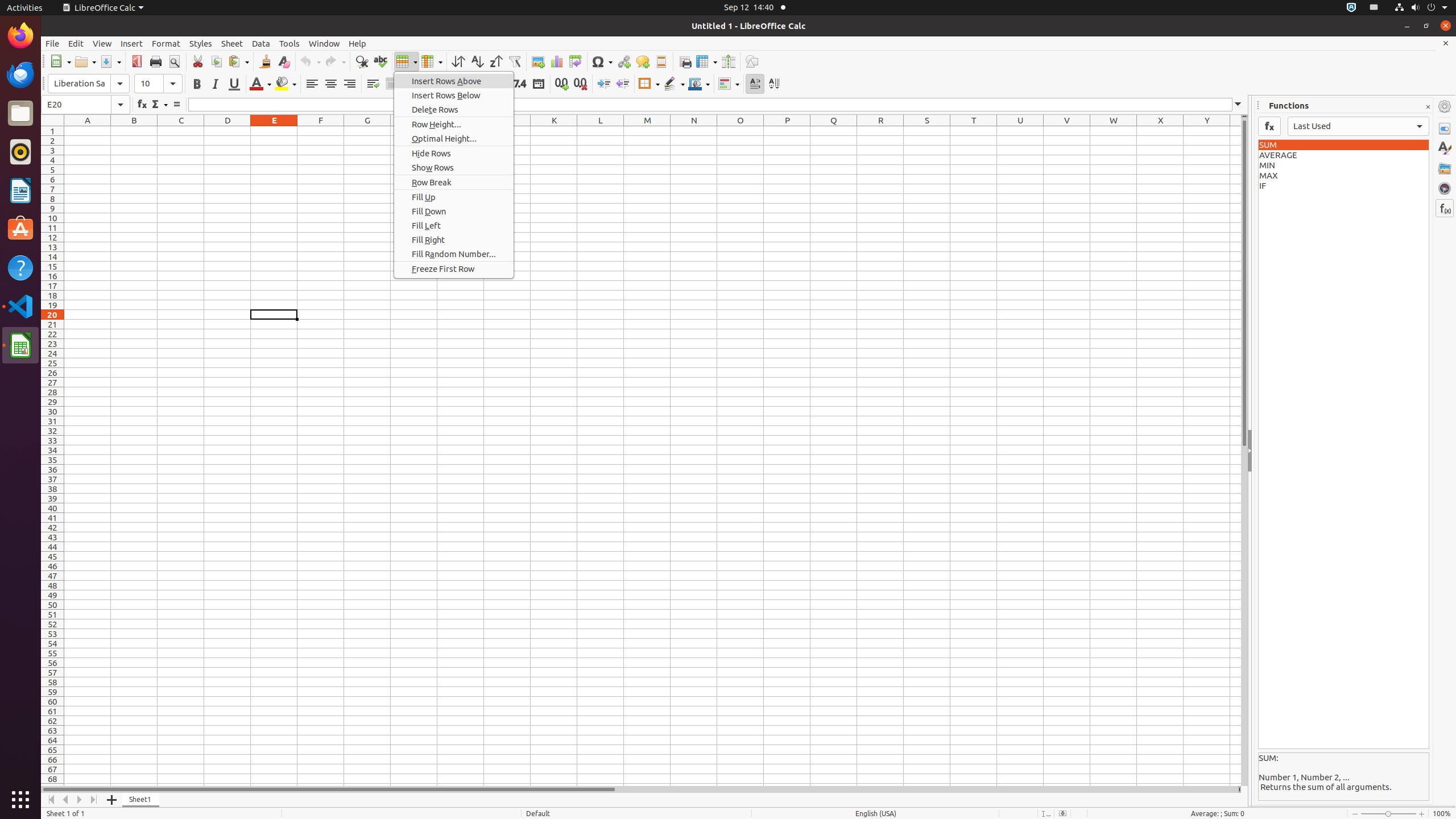 This screenshot has width=1456, height=819. I want to click on ':1.72/StatusNotifierItem', so click(1350, 7).